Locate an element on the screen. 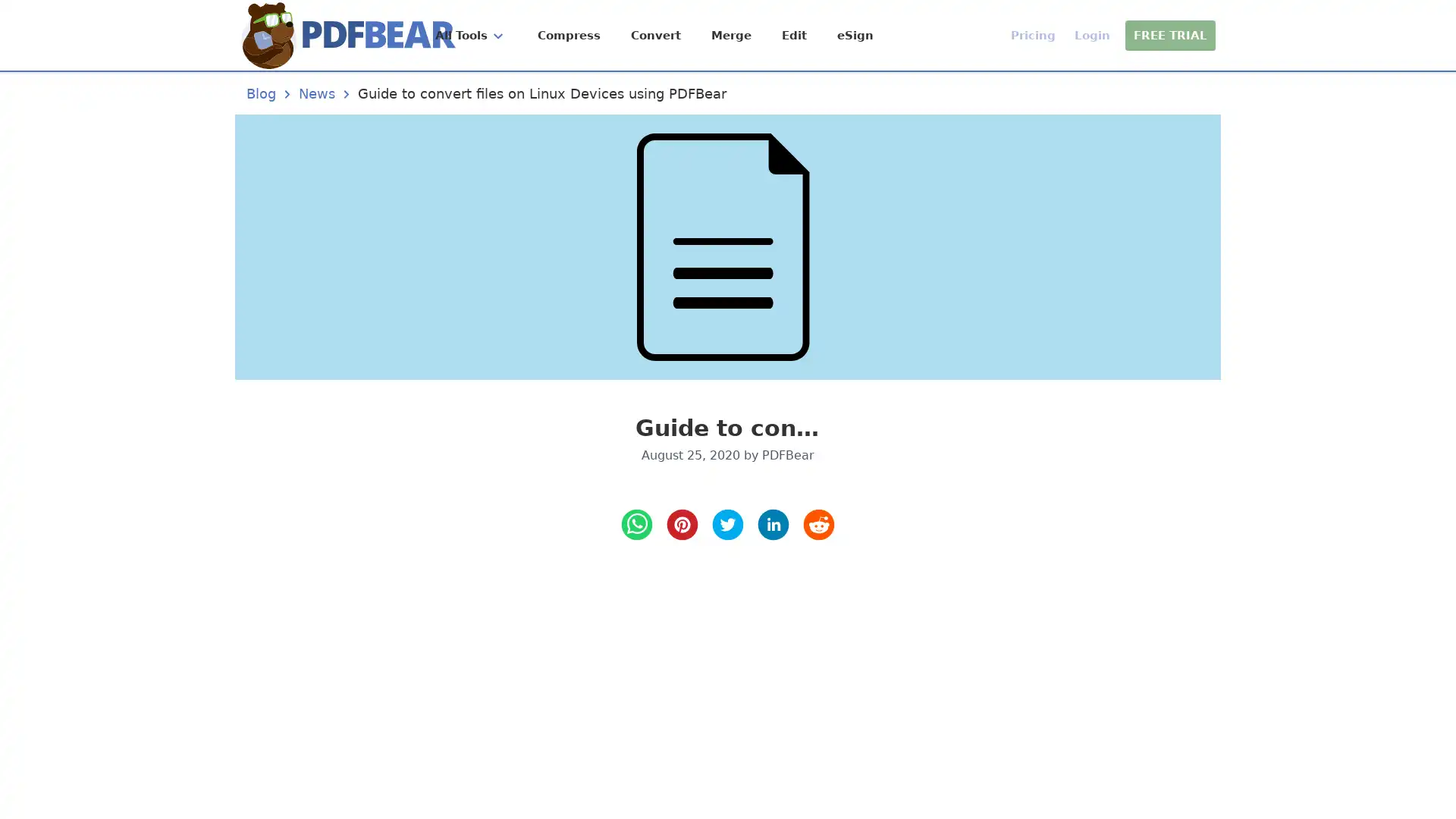 The width and height of the screenshot is (1456, 819). Blog is located at coordinates (261, 93).